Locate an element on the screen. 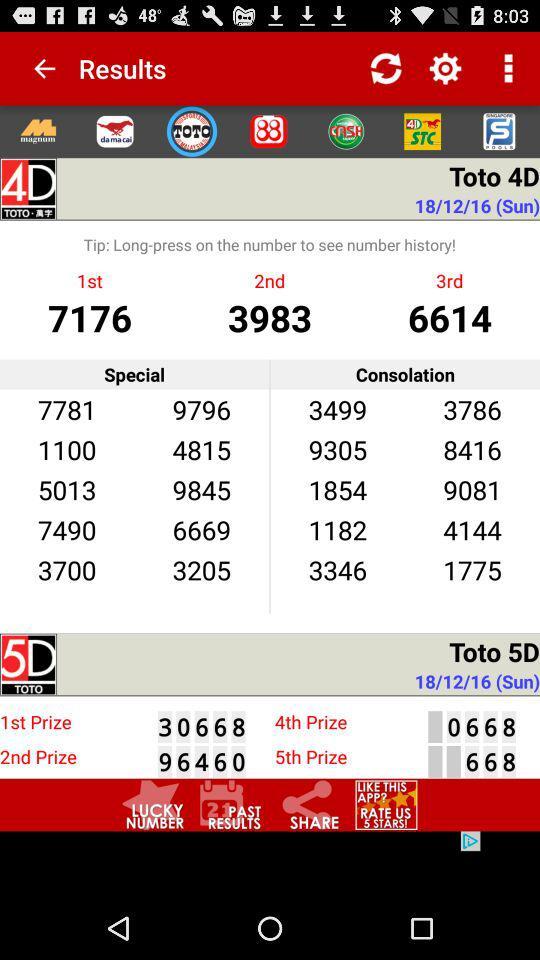  advertisement is located at coordinates (270, 863).